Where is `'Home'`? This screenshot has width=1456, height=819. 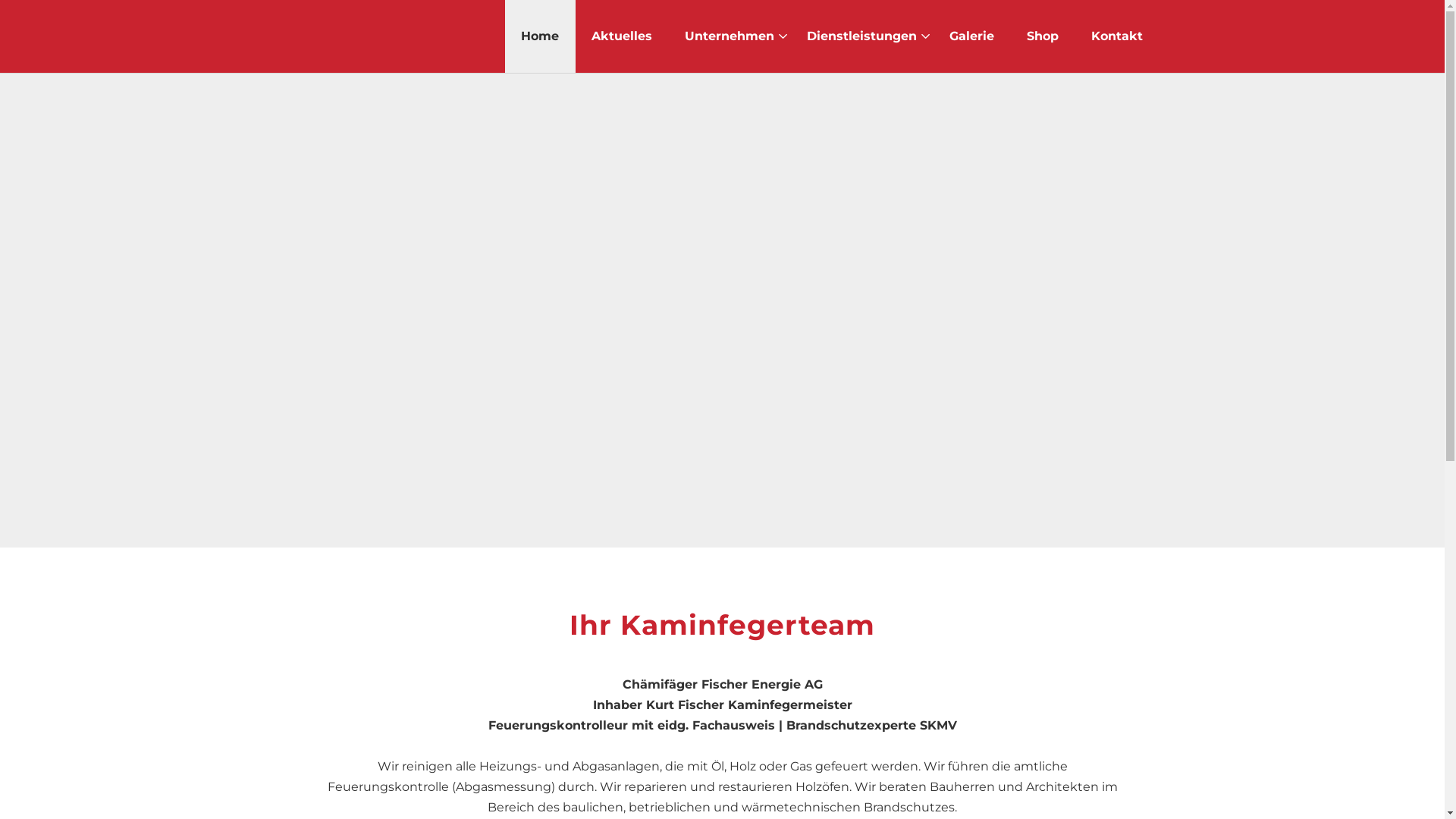 'Home' is located at coordinates (538, 35).